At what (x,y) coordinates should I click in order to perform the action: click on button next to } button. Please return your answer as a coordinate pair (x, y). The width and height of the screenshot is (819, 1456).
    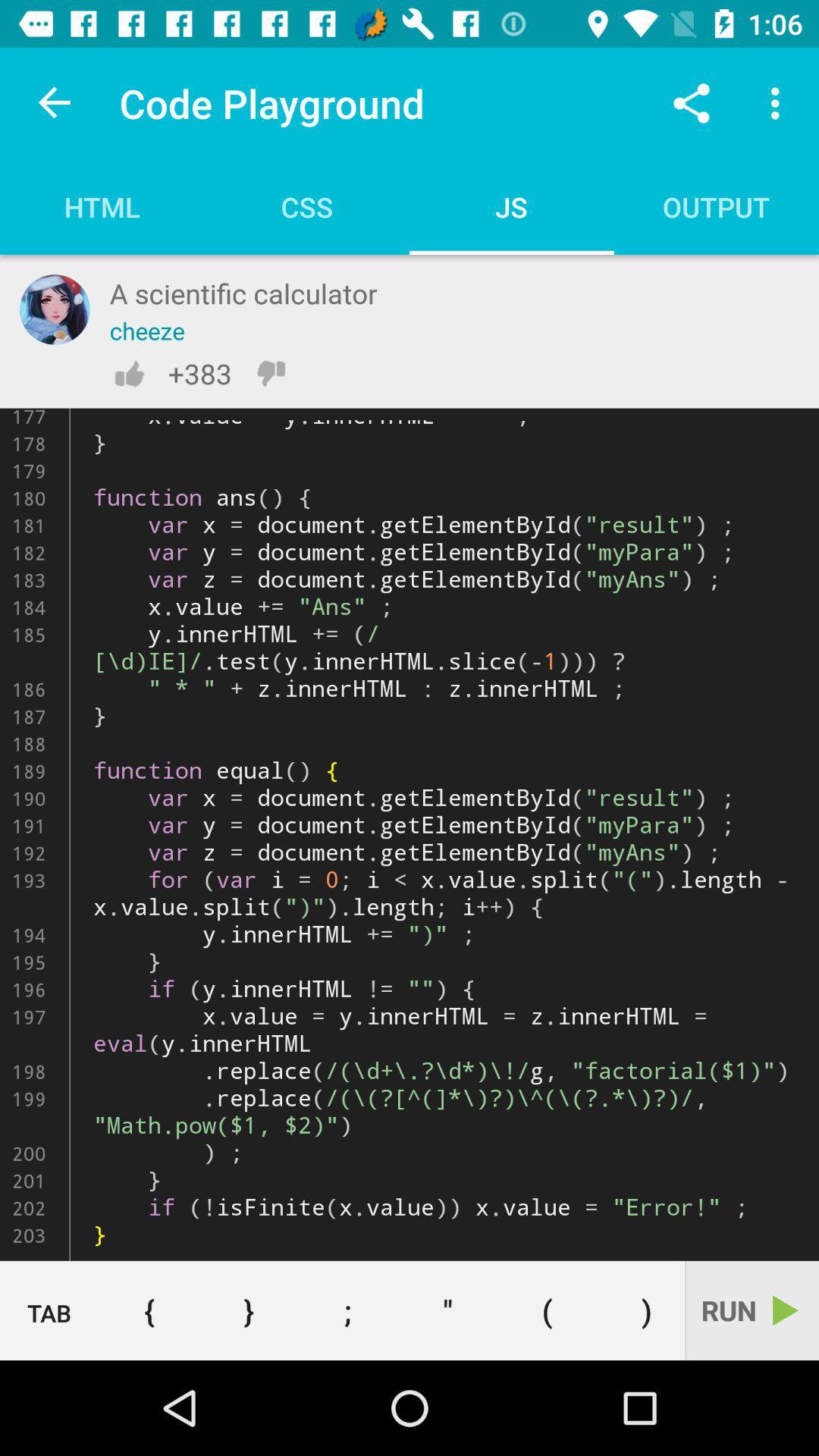
    Looking at the image, I should click on (149, 1310).